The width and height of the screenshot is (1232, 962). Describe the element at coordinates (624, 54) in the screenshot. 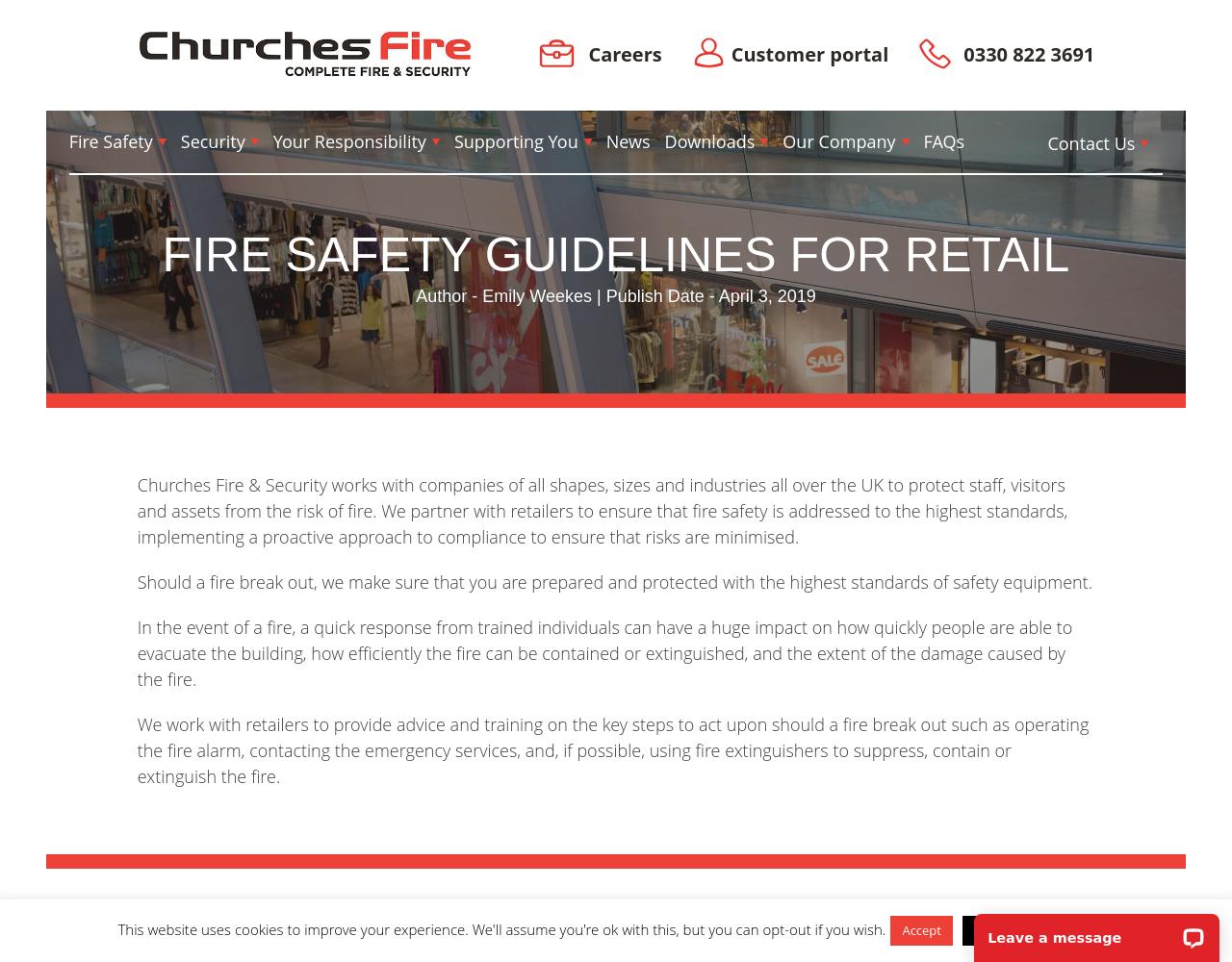

I see `'Careers'` at that location.